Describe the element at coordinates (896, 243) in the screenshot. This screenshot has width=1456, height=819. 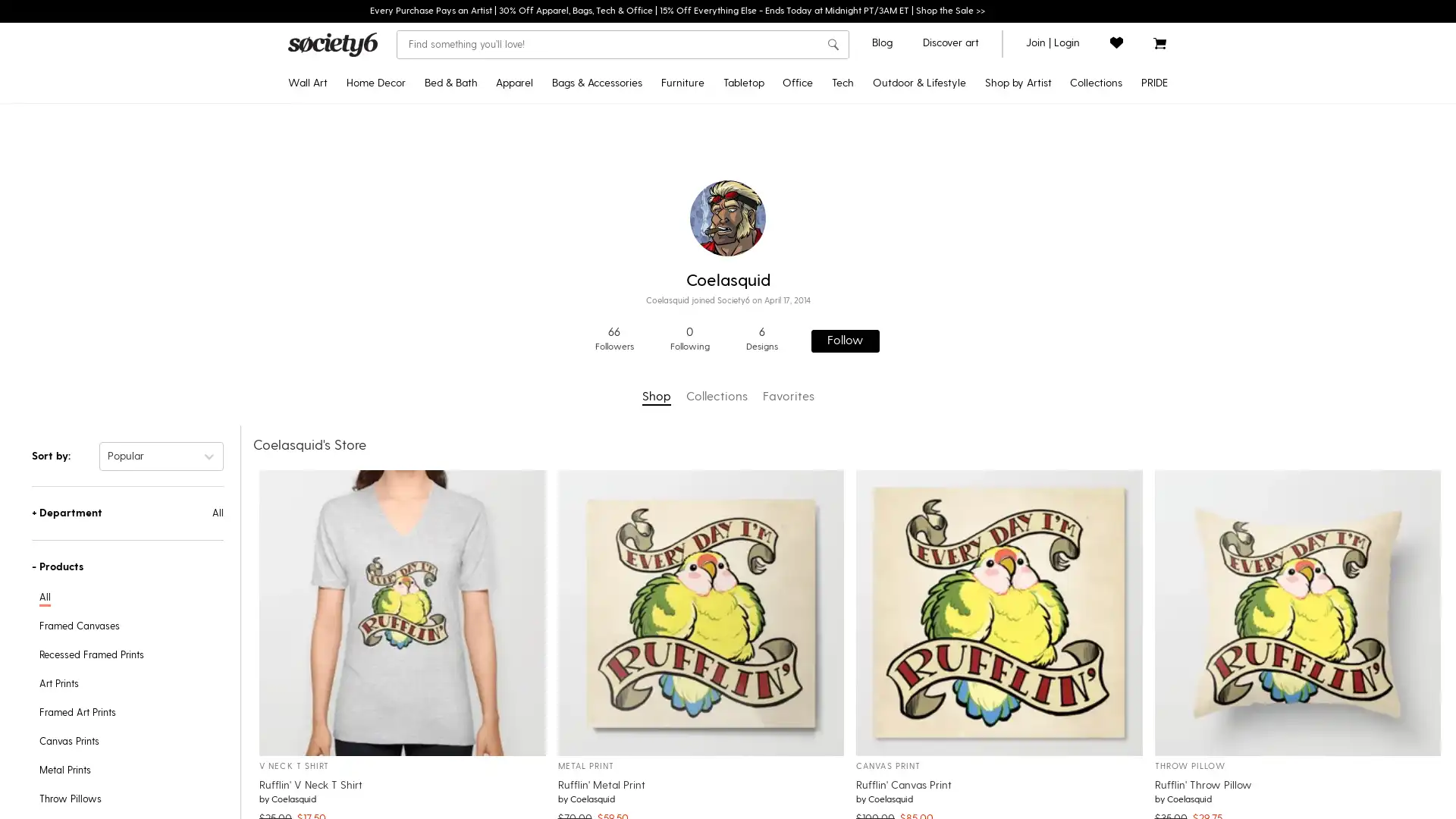
I see `Android Card Cases` at that location.